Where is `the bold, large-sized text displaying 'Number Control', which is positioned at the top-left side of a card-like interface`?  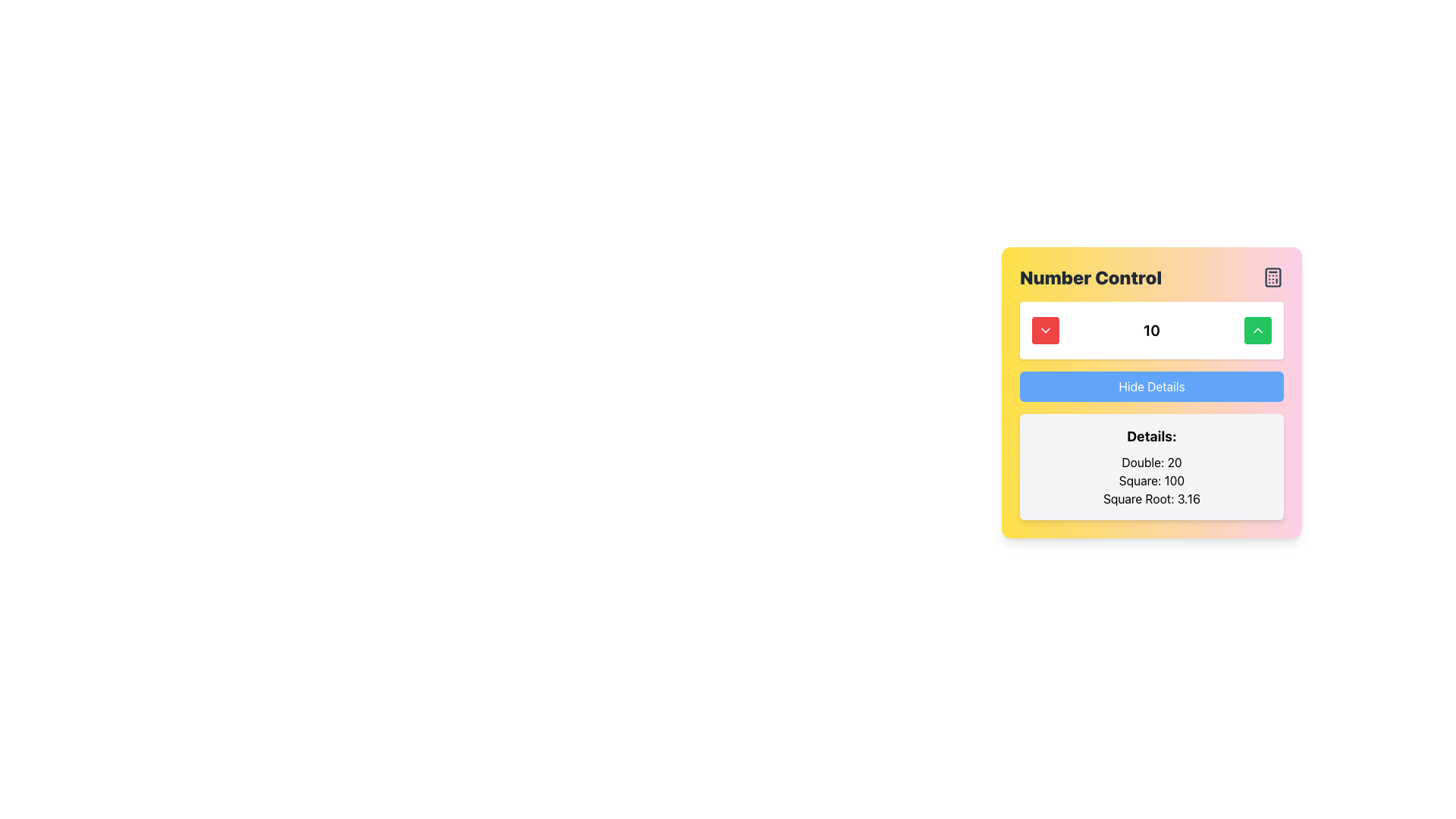 the bold, large-sized text displaying 'Number Control', which is positioned at the top-left side of a card-like interface is located at coordinates (1090, 278).